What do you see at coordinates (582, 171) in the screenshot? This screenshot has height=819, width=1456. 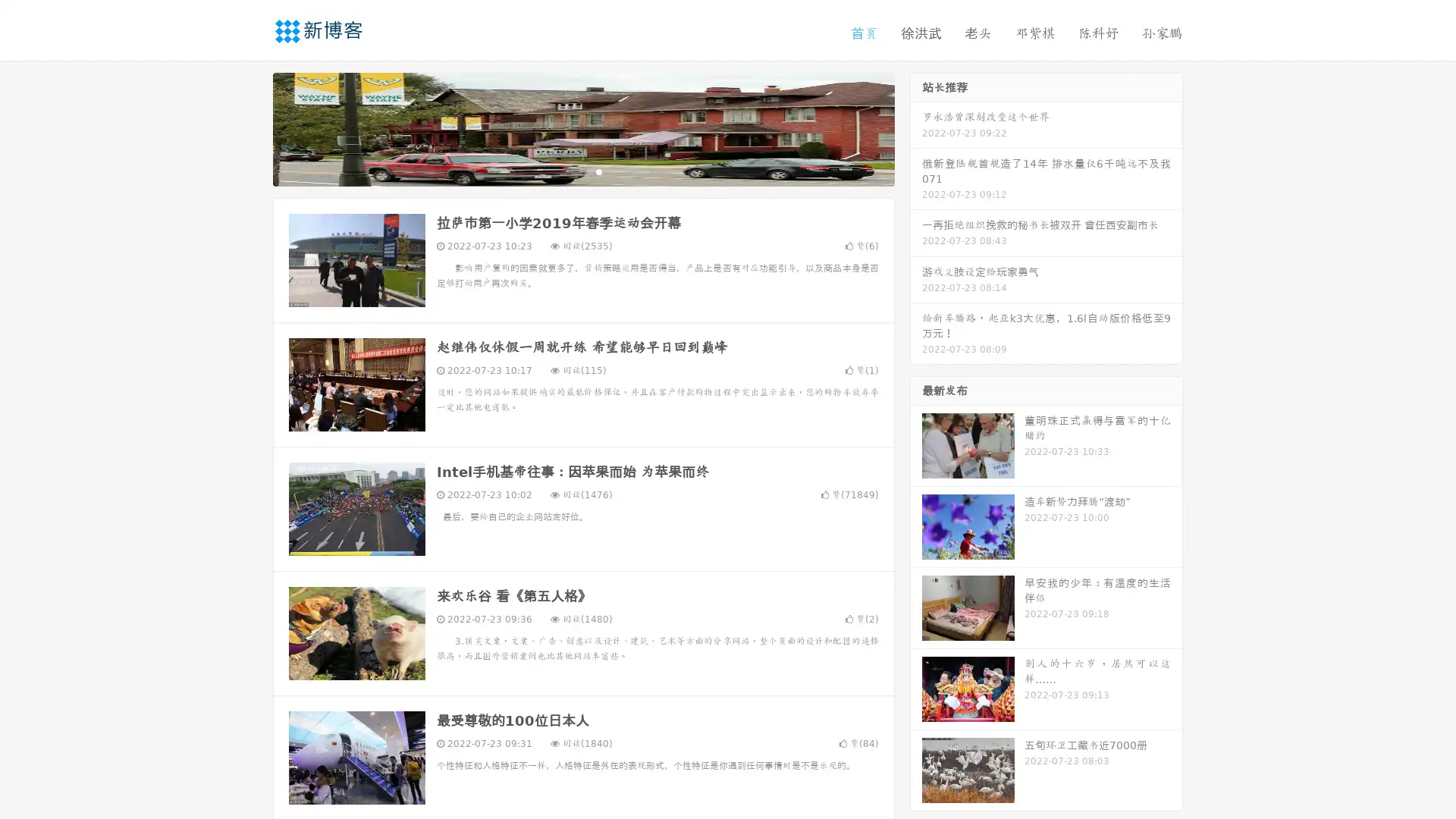 I see `Go to slide 2` at bounding box center [582, 171].